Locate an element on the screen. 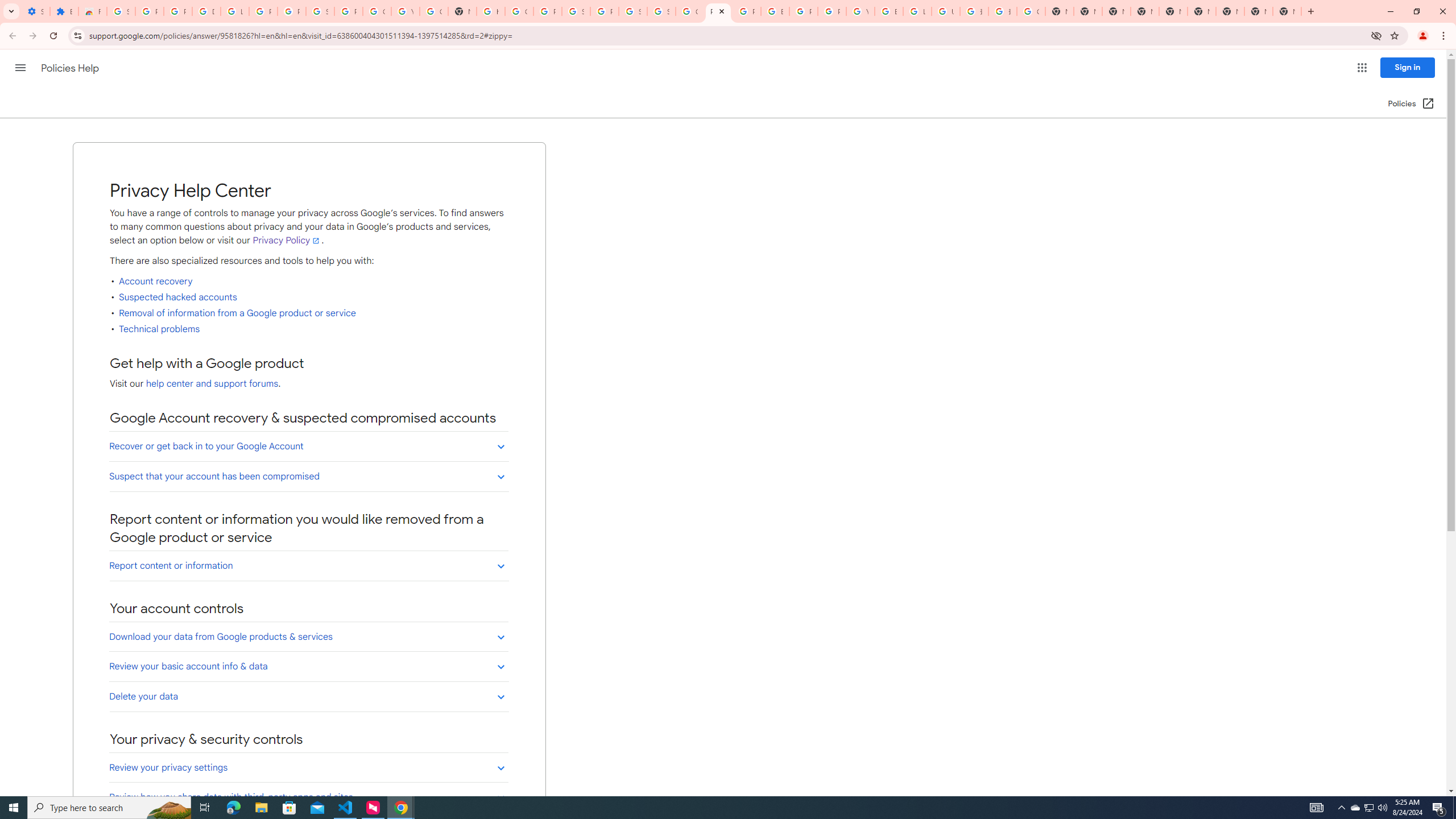 Image resolution: width=1456 pixels, height=819 pixels. 'Privacy Help Center - Policies Help' is located at coordinates (718, 11).